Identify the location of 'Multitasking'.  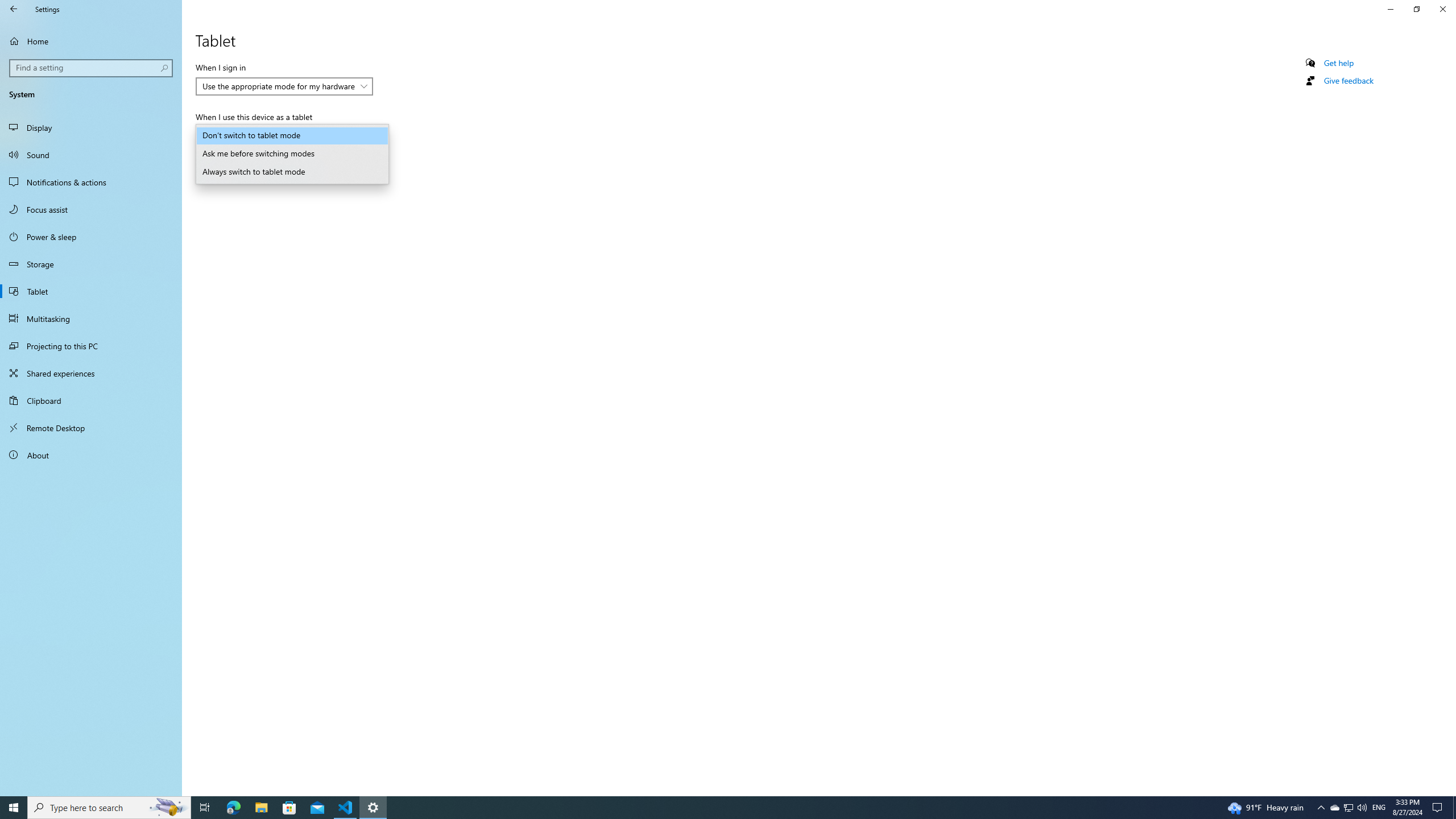
(90, 318).